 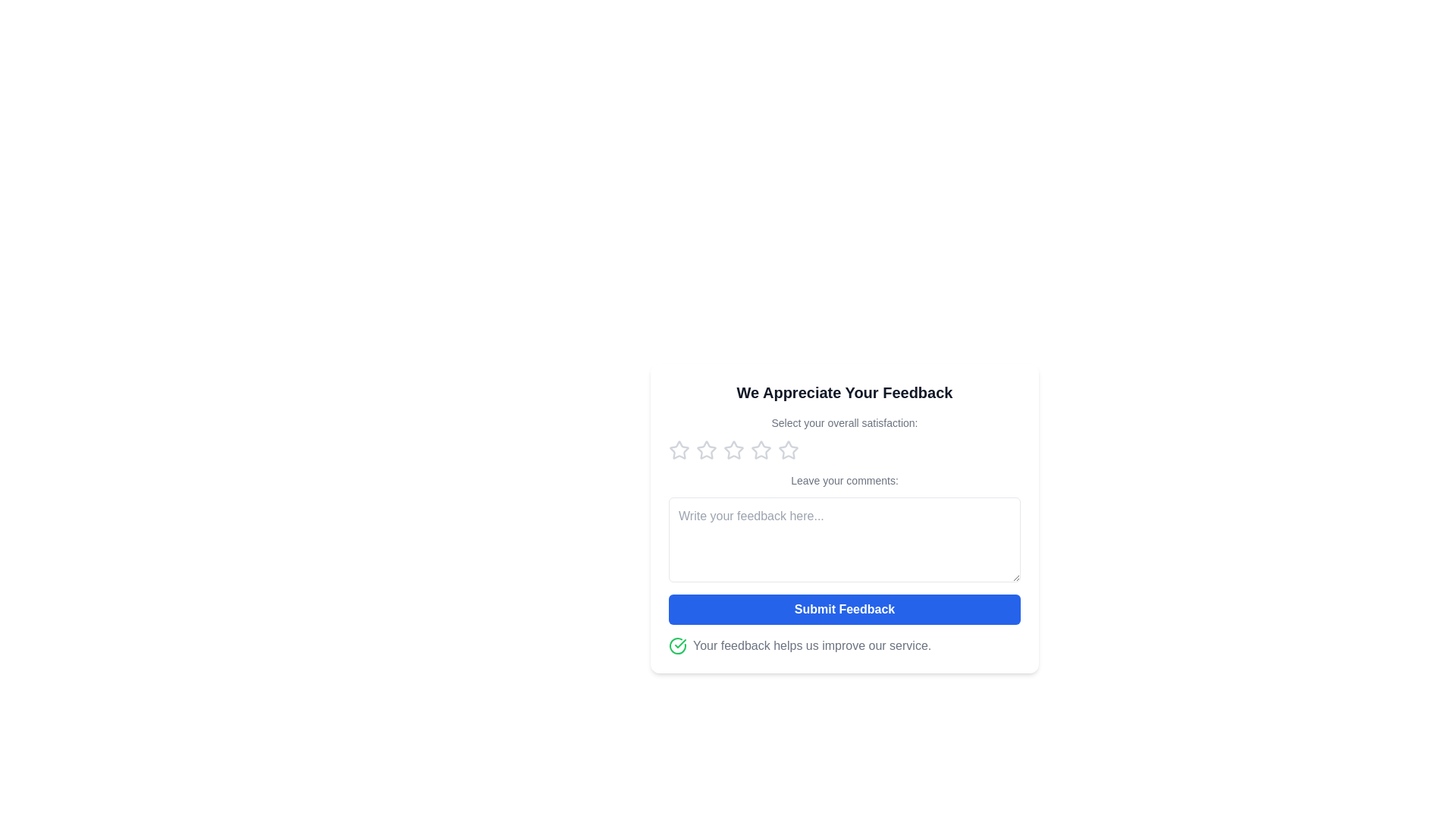 What do you see at coordinates (843, 608) in the screenshot?
I see `the 'Submit Feedback' button with a blue background and white text` at bounding box center [843, 608].